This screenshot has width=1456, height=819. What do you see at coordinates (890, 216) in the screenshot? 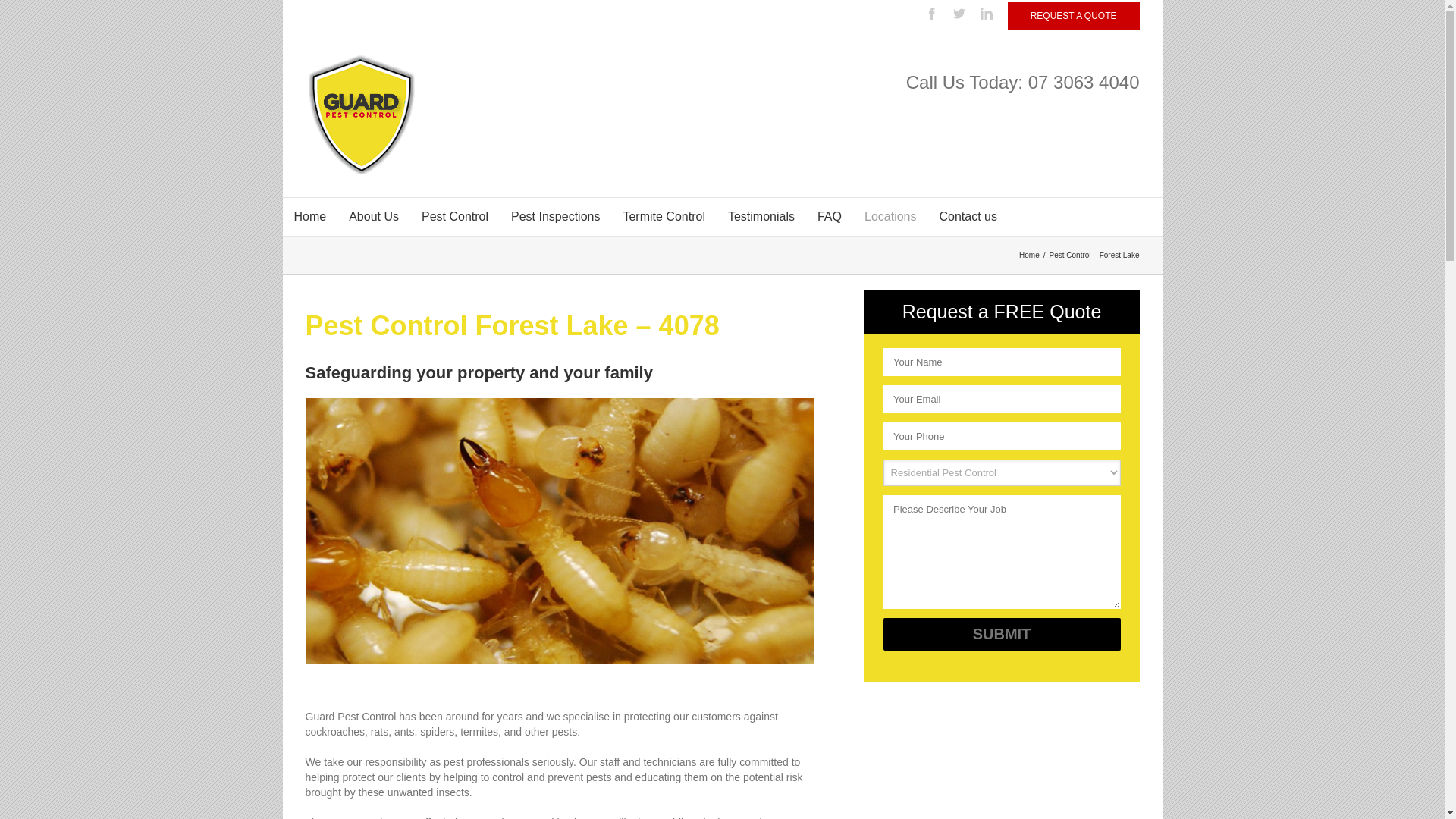
I see `'Locations'` at bounding box center [890, 216].